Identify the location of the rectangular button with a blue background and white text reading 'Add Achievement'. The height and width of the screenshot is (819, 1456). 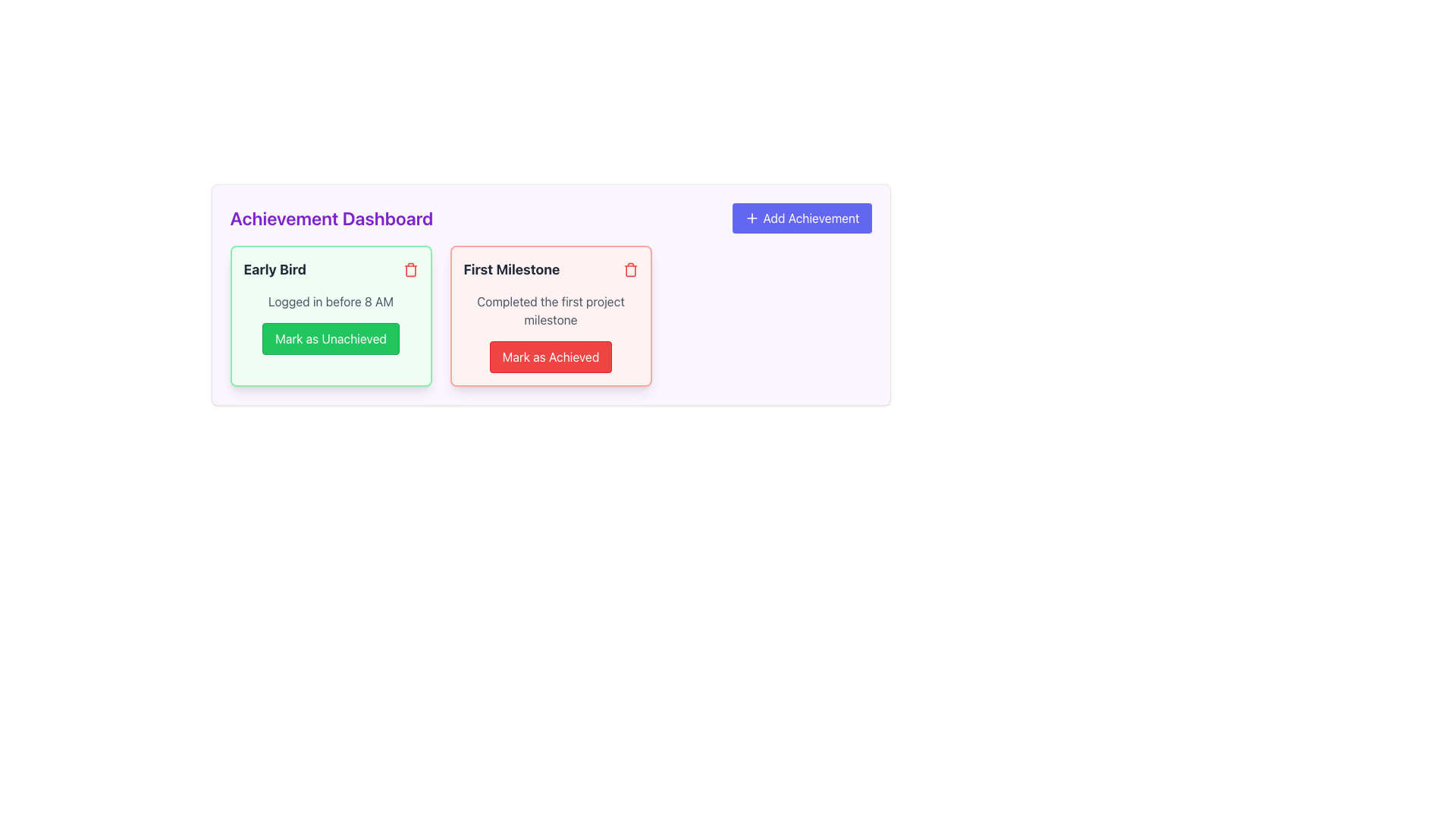
(801, 218).